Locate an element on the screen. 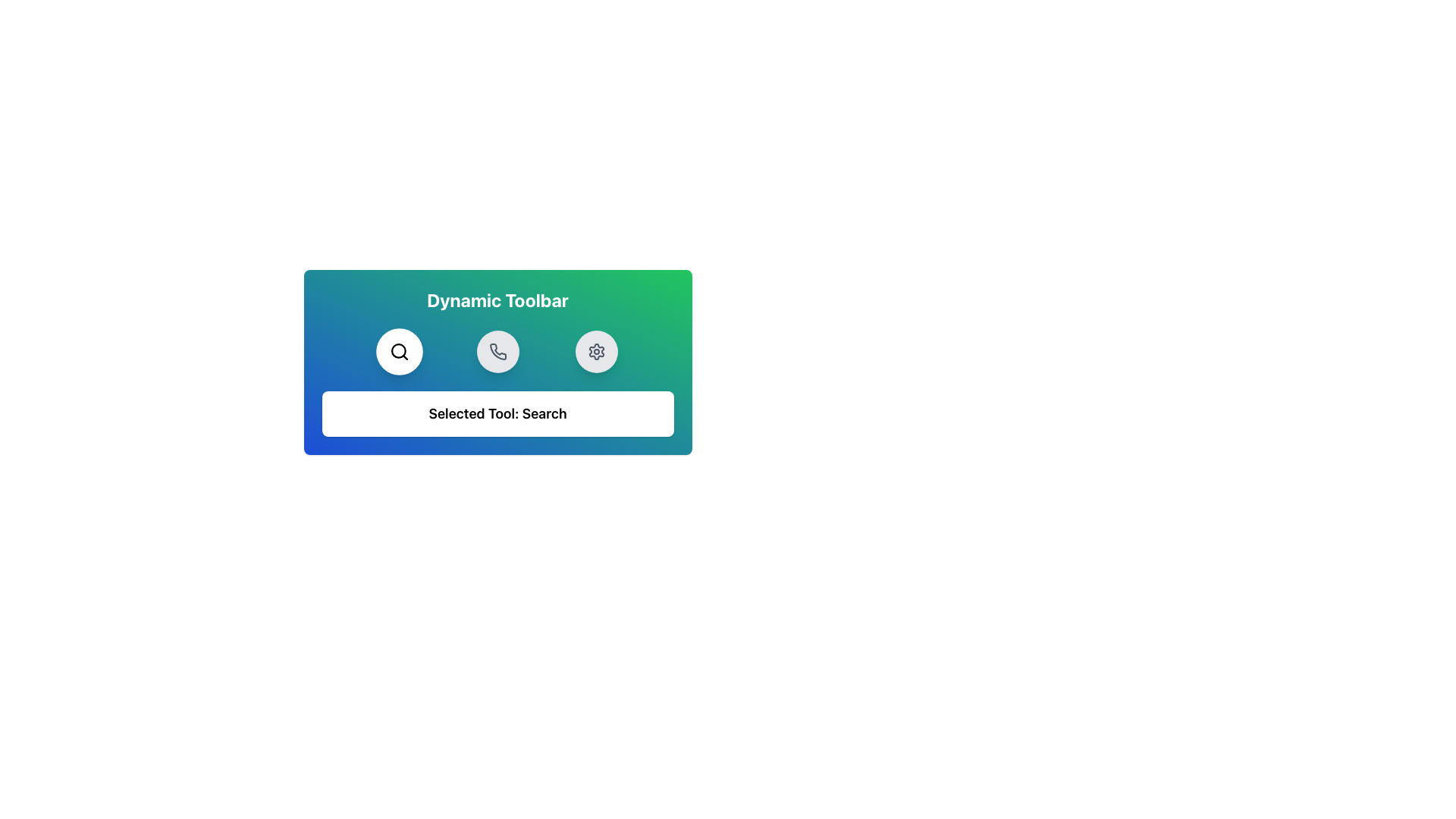 The width and height of the screenshot is (1456, 819). the phone icon in the middle of the Dynamic Toolbar is located at coordinates (497, 351).